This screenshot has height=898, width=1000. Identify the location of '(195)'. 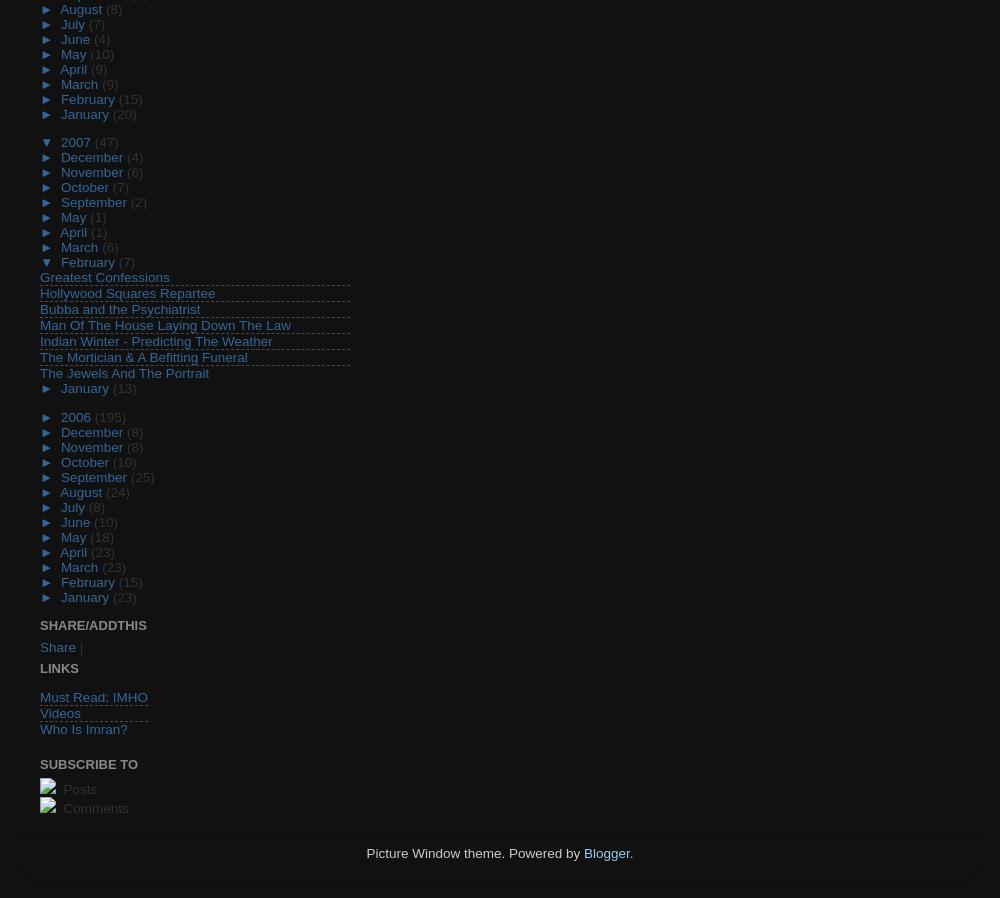
(109, 416).